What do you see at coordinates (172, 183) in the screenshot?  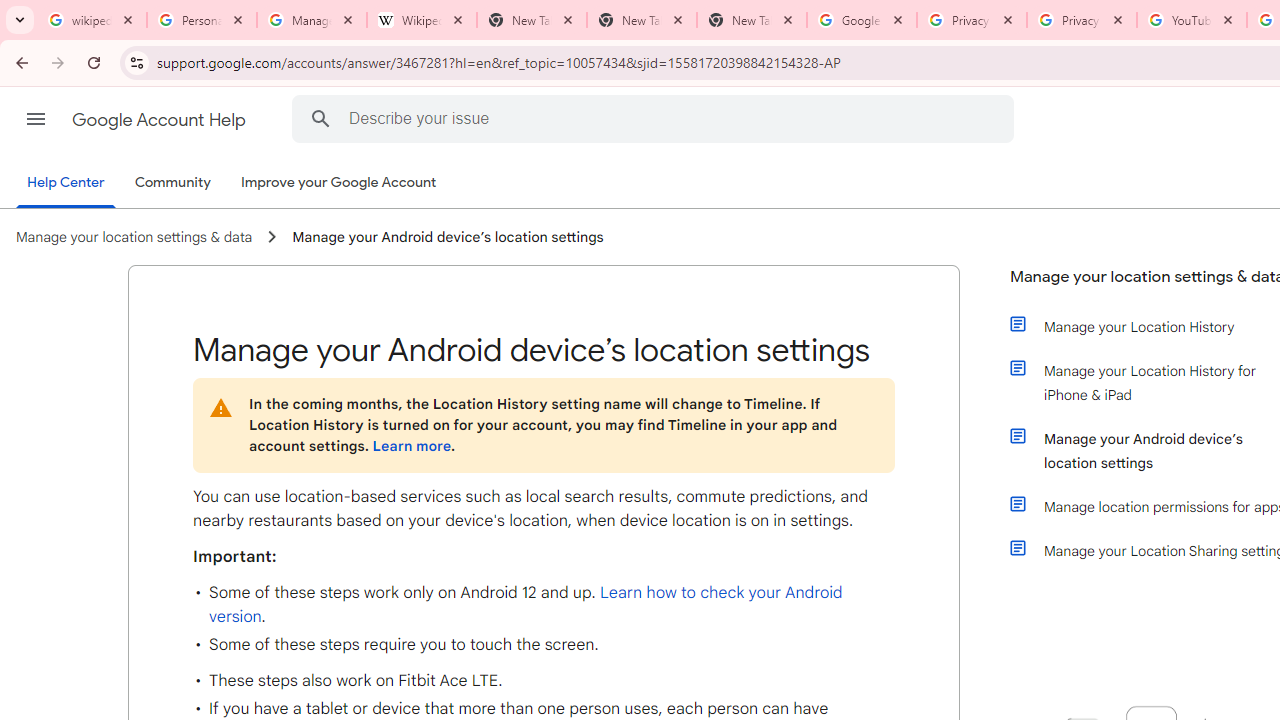 I see `'Community'` at bounding box center [172, 183].